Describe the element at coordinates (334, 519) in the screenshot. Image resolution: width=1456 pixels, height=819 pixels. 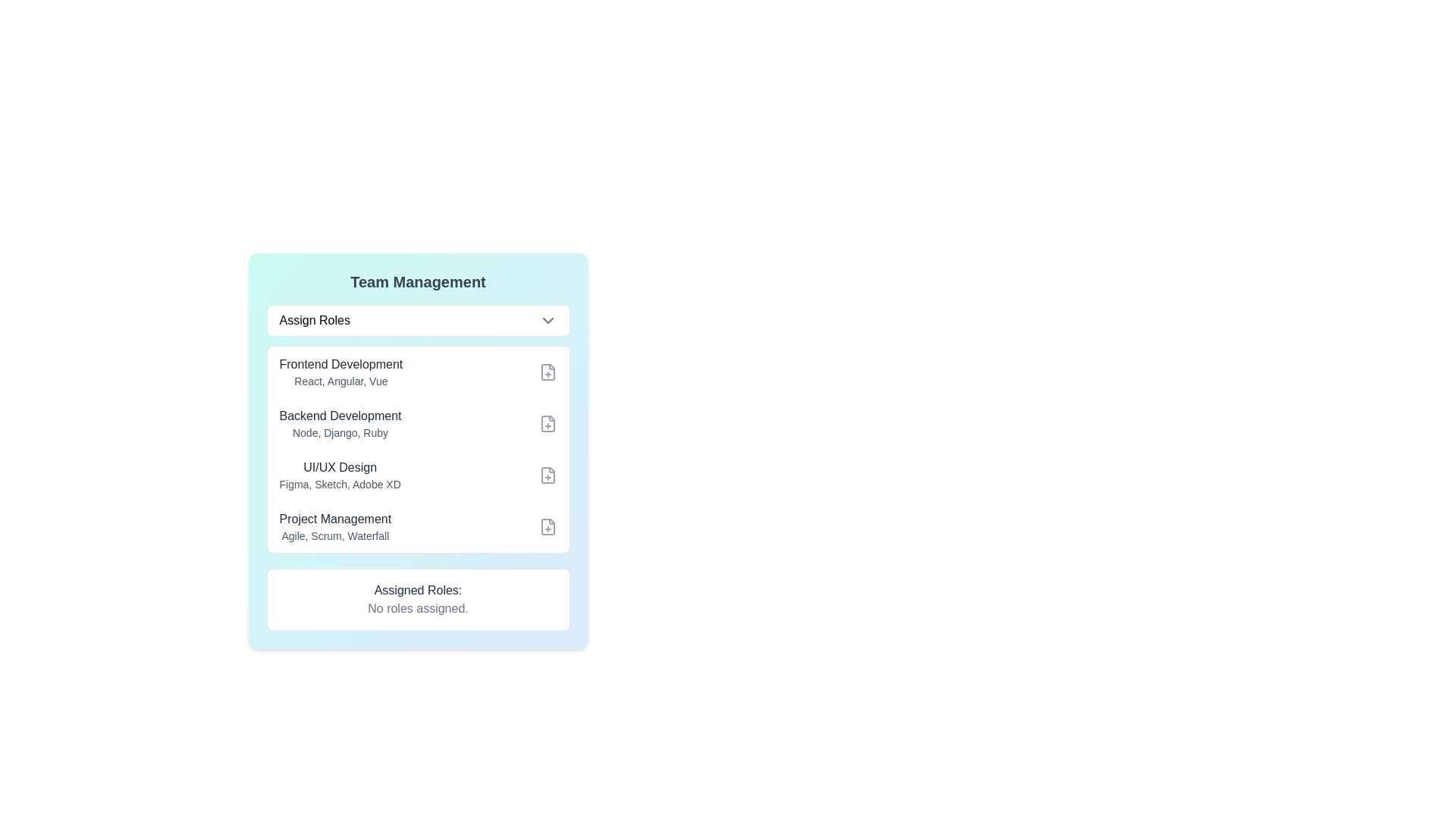
I see `the text label that denotes the 'Project Management' section, positioned fourth in the list under 'Team Management'` at that location.